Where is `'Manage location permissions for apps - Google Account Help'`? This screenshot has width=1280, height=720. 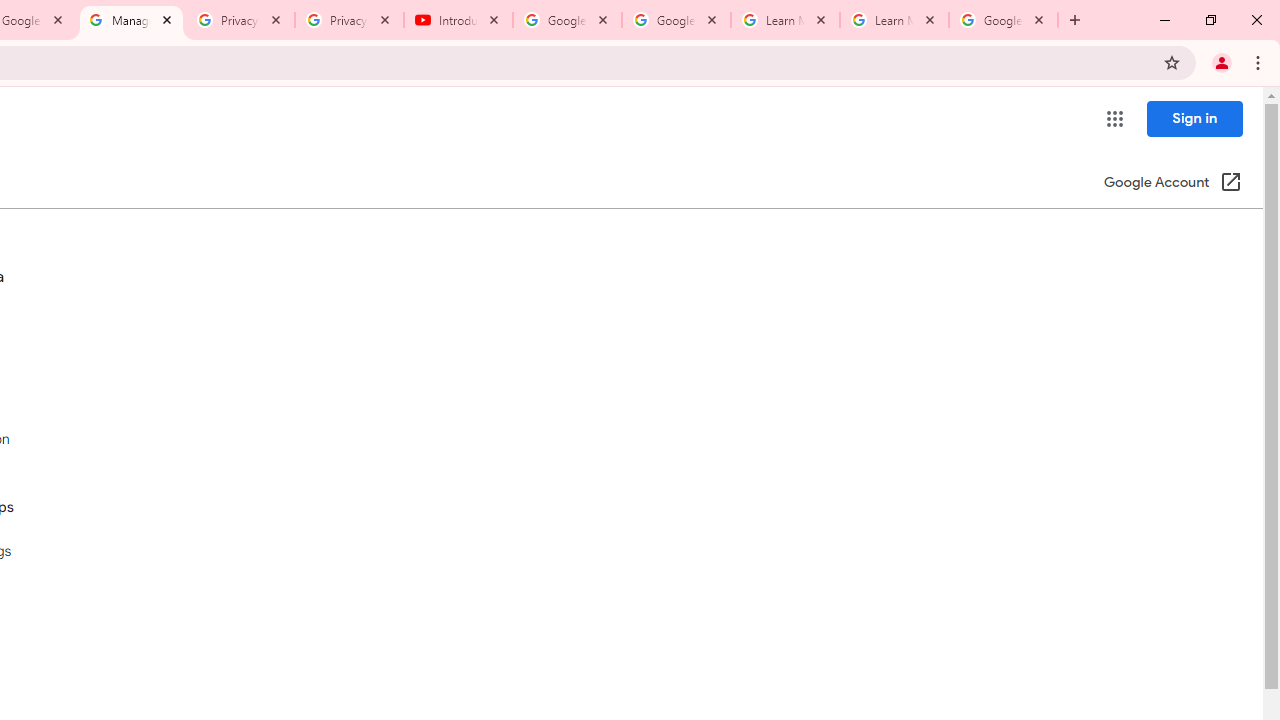
'Manage location permissions for apps - Google Account Help' is located at coordinates (130, 20).